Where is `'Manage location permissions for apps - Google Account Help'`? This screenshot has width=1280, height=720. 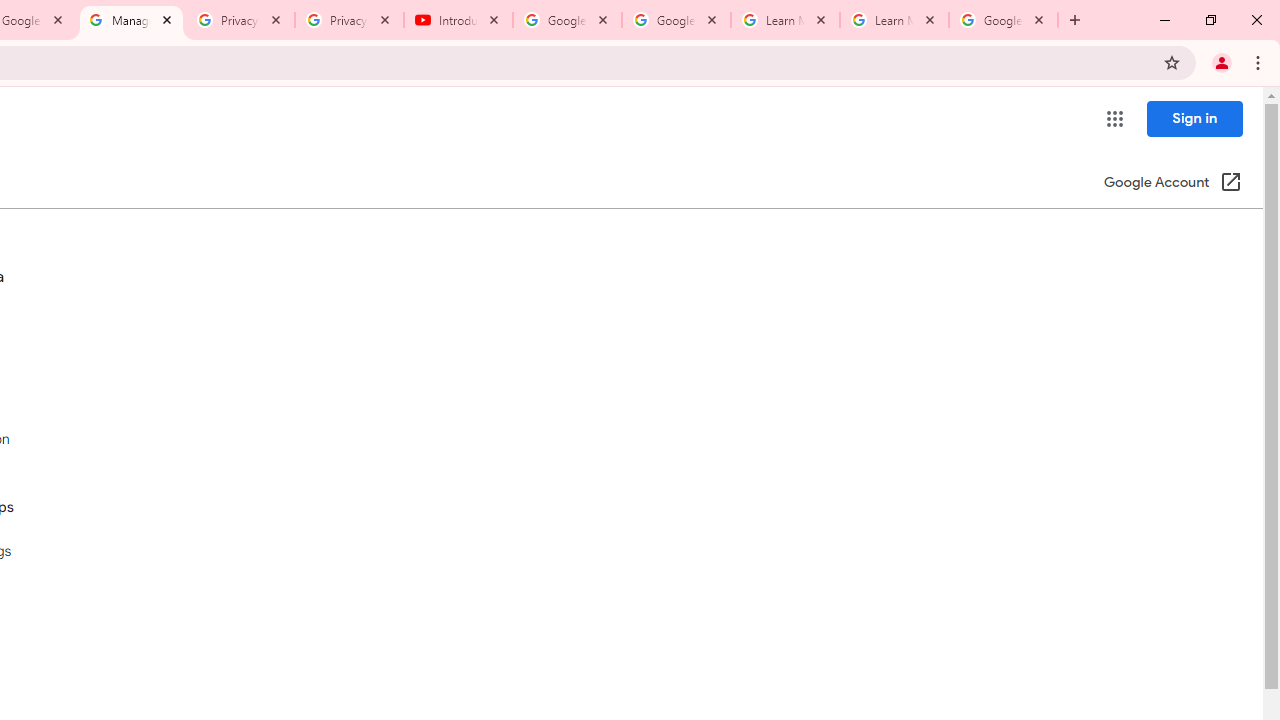
'Manage location permissions for apps - Google Account Help' is located at coordinates (130, 20).